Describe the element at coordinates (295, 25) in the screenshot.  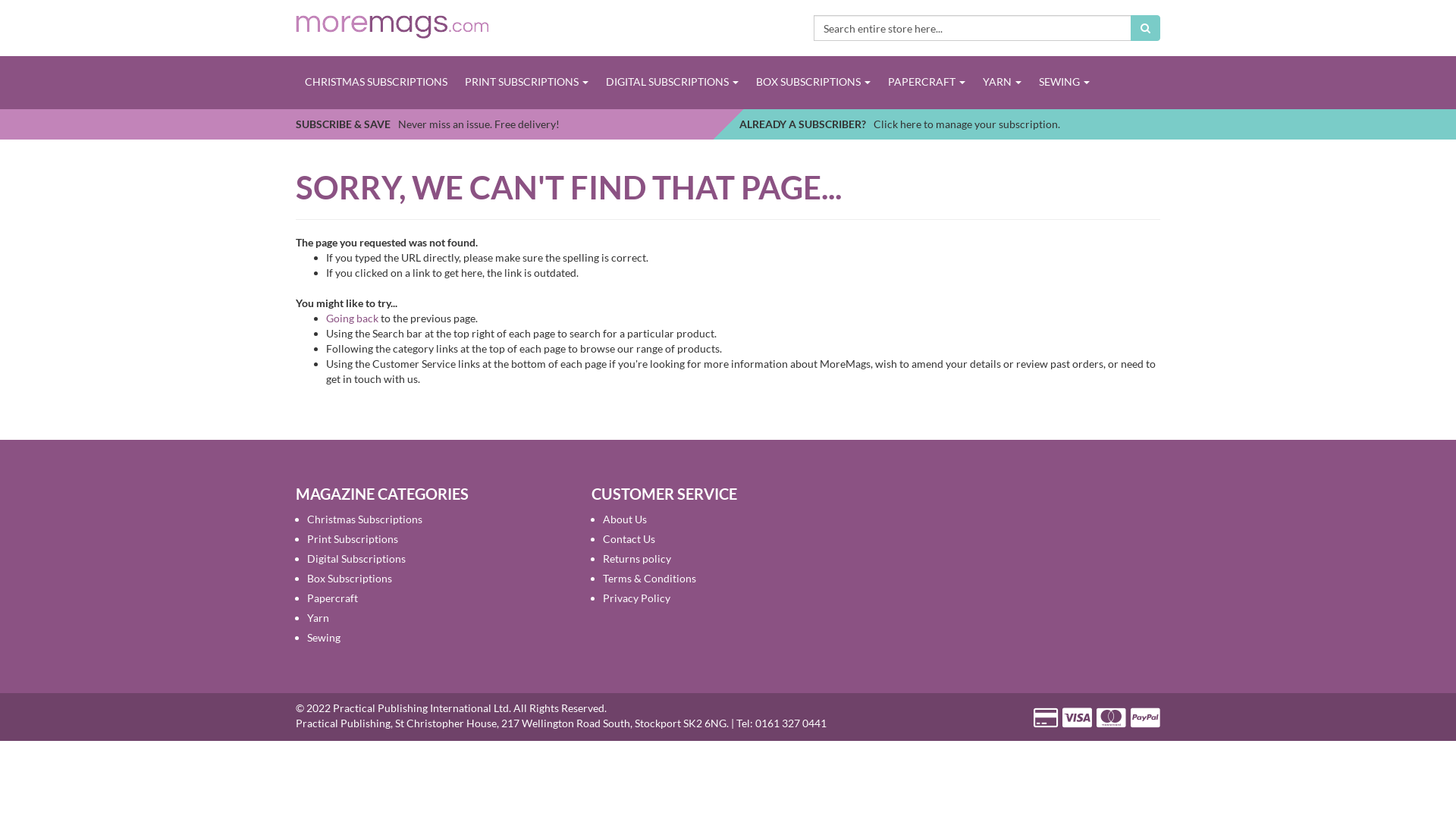
I see `'MoreMags'` at that location.